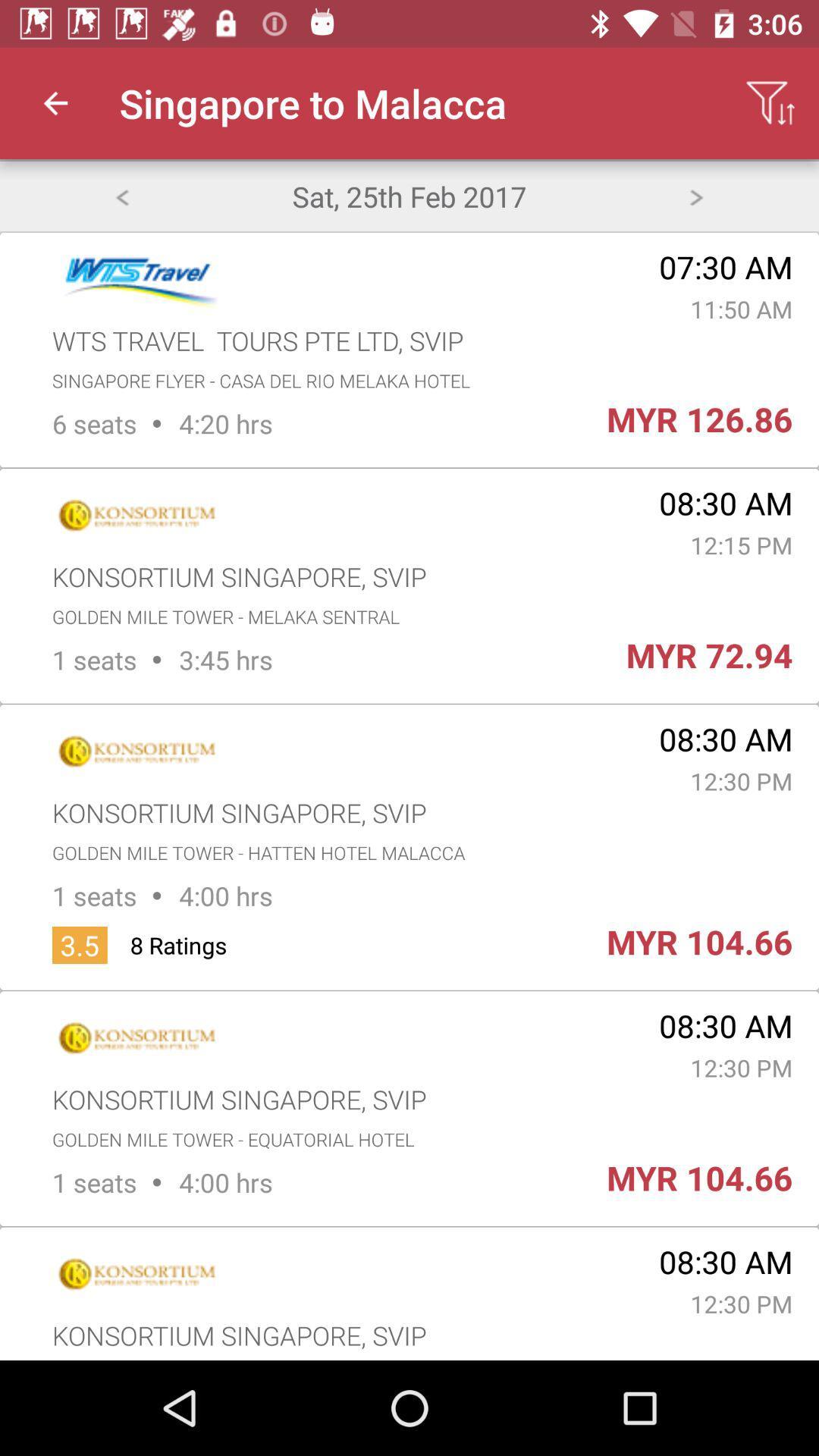  What do you see at coordinates (121, 195) in the screenshot?
I see `the arrow_backward icon` at bounding box center [121, 195].